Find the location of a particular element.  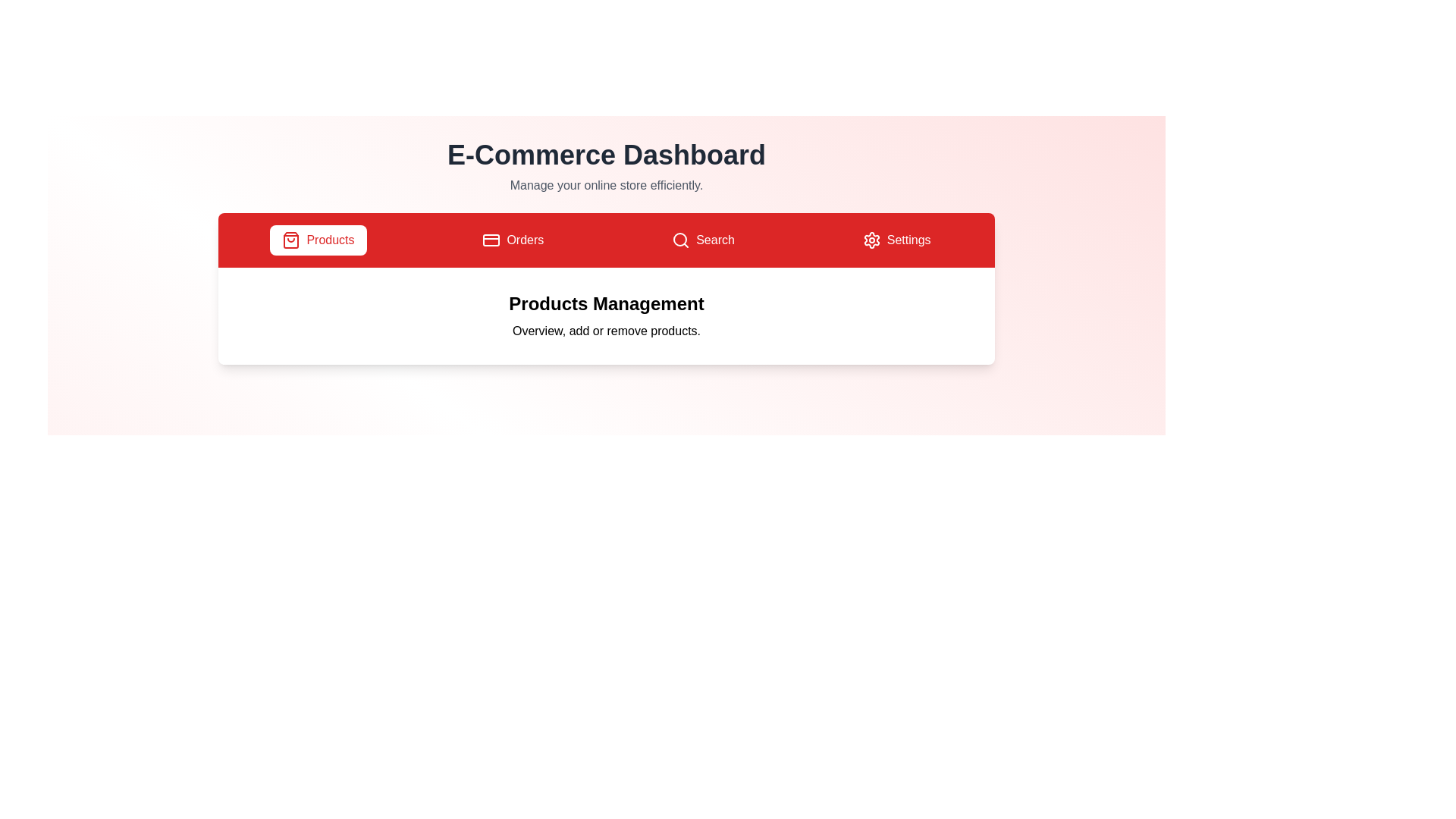

the first button in the navigation bar is located at coordinates (317, 239).